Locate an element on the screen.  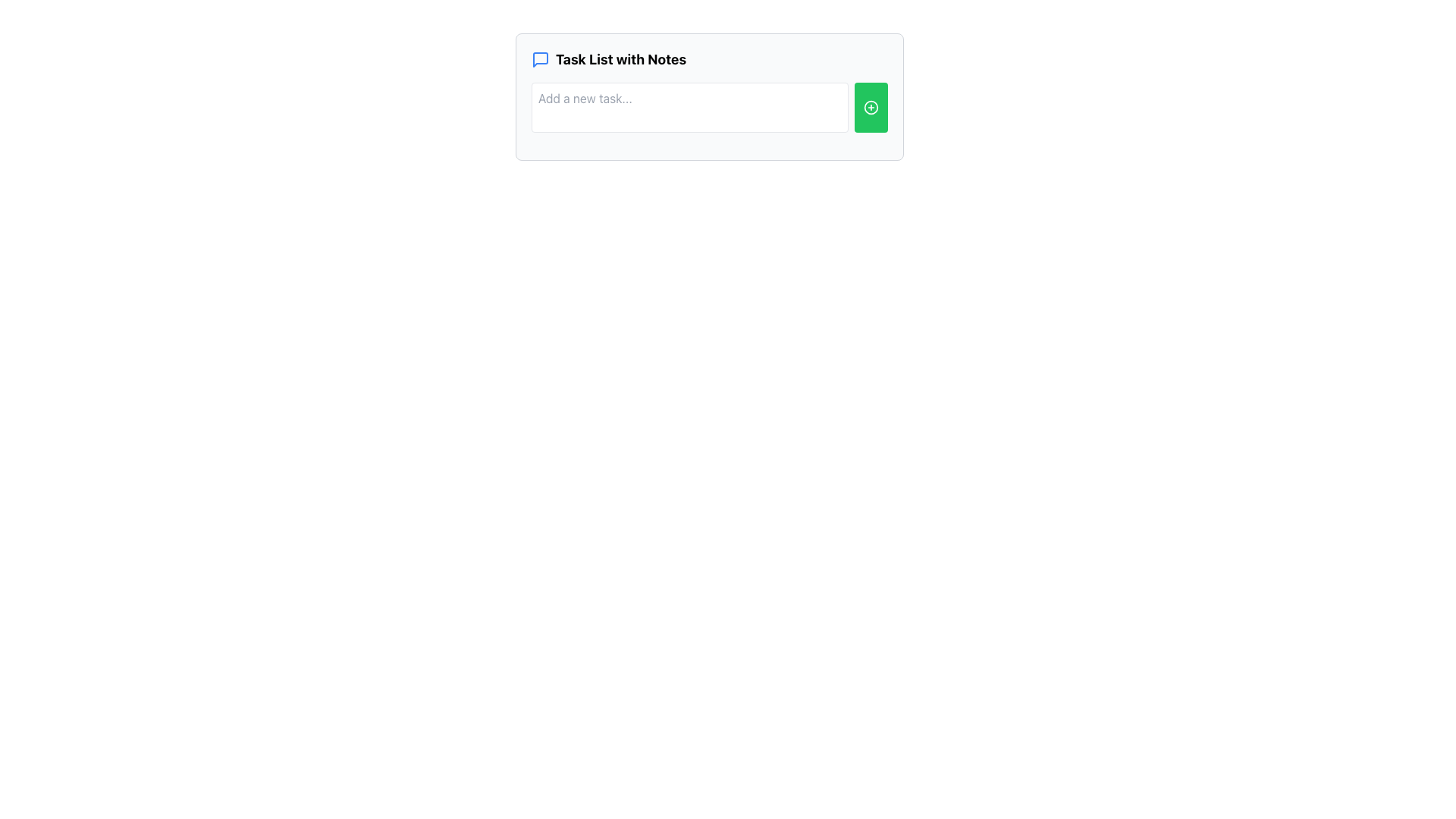
the blue speech bubble icon located in the top-left corner of the 'Task List with Notes' header is located at coordinates (541, 58).